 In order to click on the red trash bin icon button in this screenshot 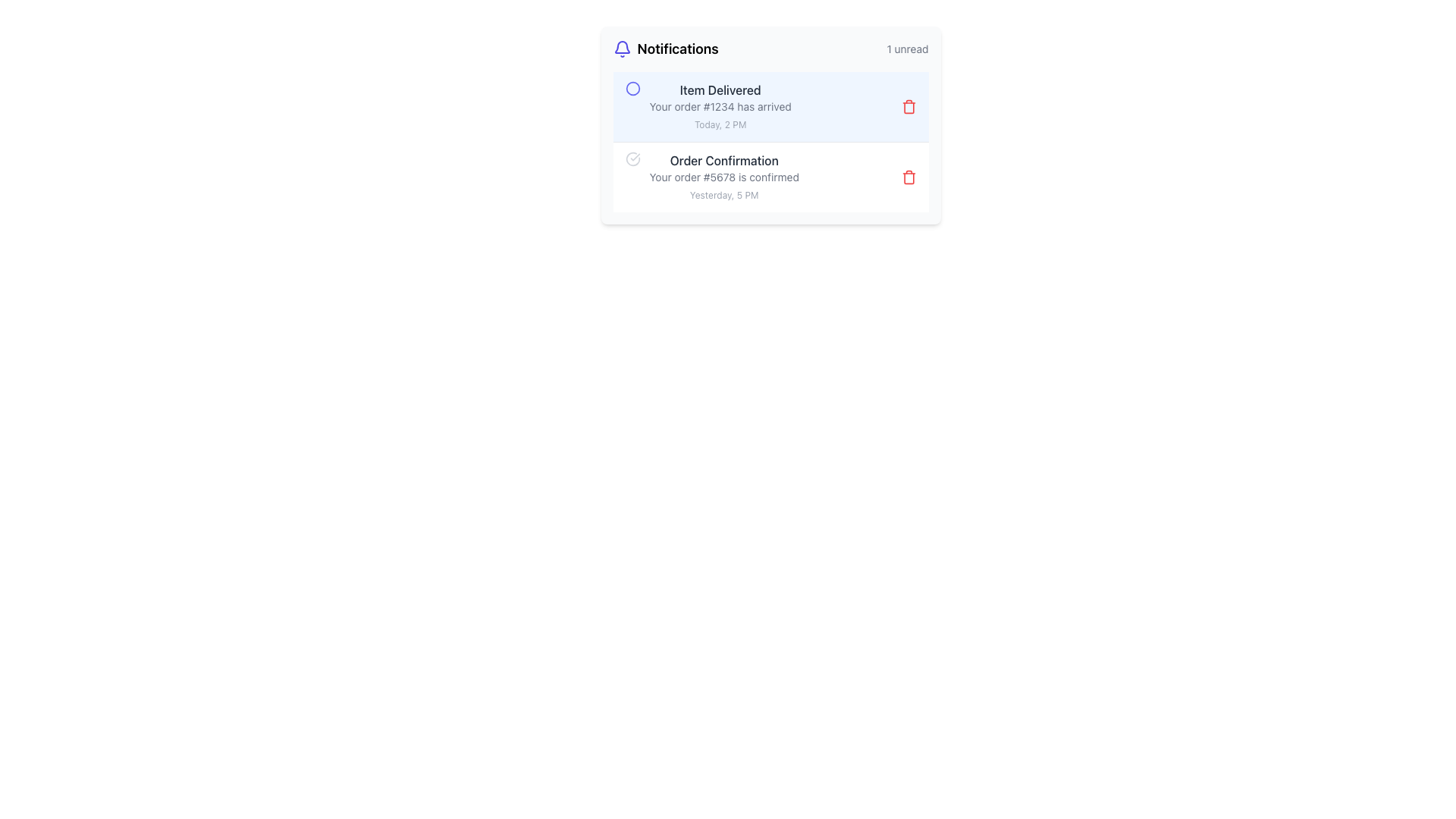, I will do `click(908, 177)`.